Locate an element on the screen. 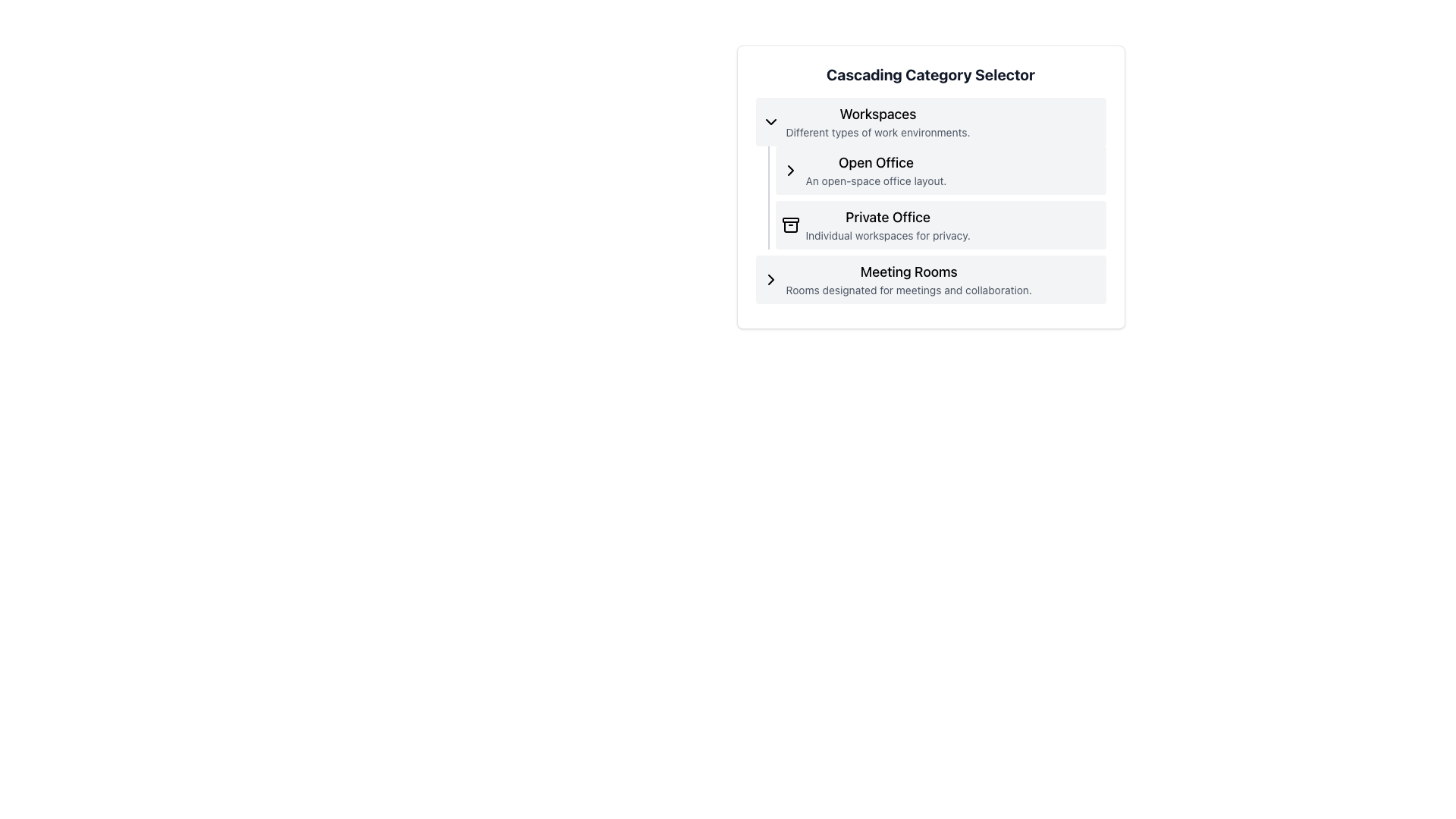 This screenshot has width=1456, height=819. the first entry in the cascading category selector menu, which provides information about a workspace-related category is located at coordinates (877, 121).